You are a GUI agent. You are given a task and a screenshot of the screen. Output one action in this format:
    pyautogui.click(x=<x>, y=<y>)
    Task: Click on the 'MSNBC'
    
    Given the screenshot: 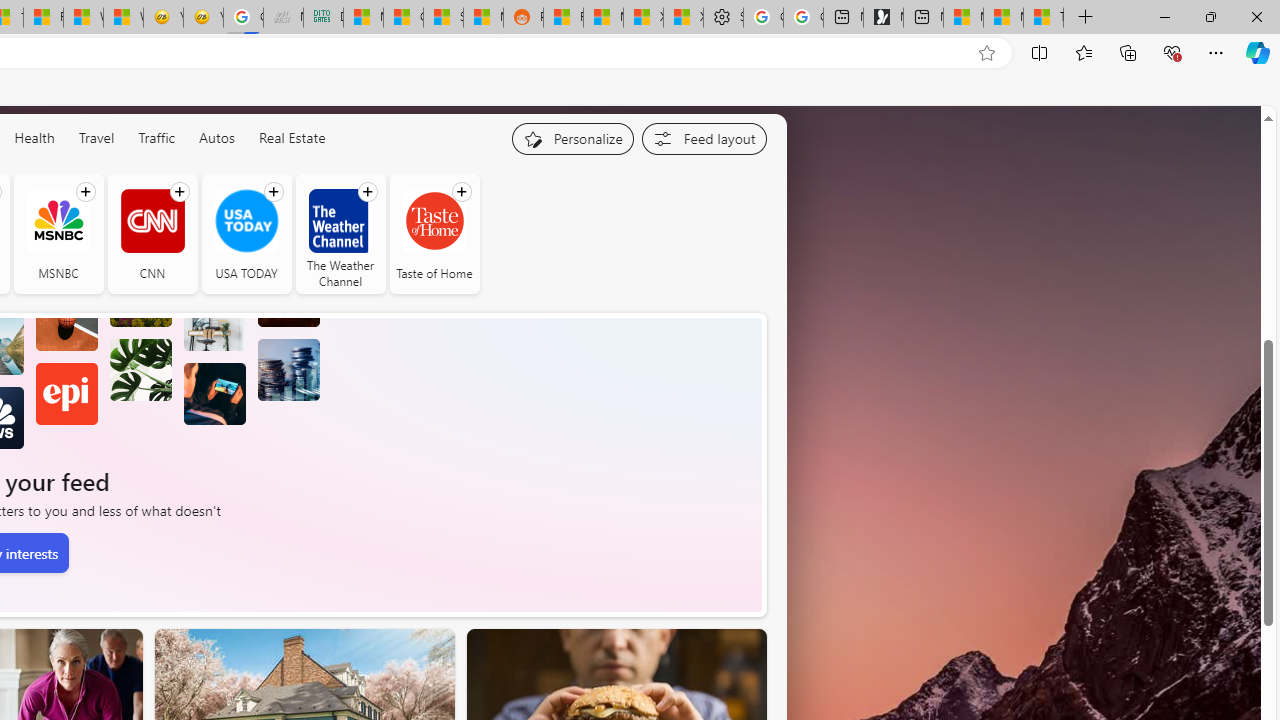 What is the action you would take?
    pyautogui.click(x=58, y=220)
    